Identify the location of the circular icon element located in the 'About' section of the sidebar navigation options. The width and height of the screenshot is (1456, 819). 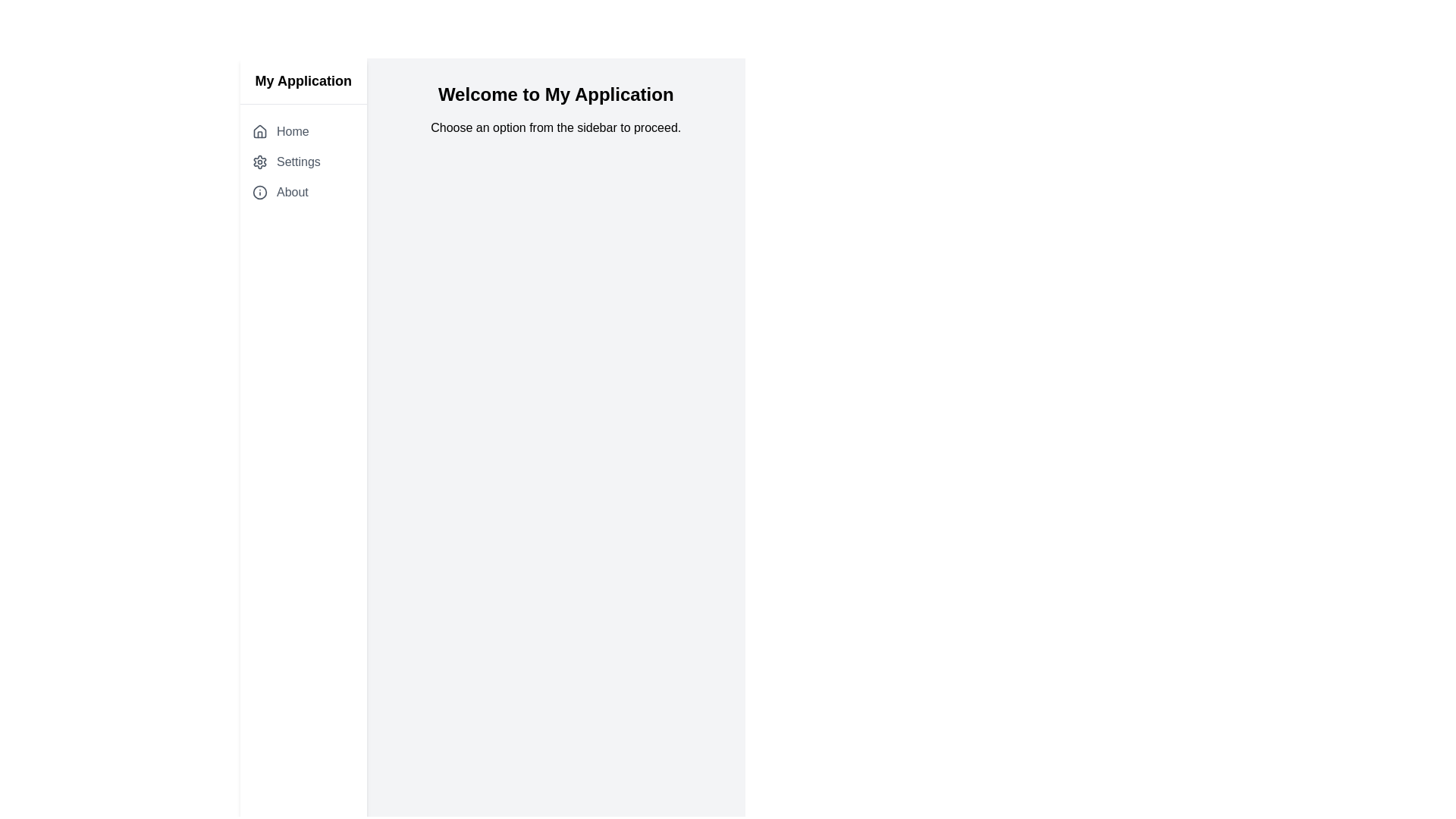
(259, 192).